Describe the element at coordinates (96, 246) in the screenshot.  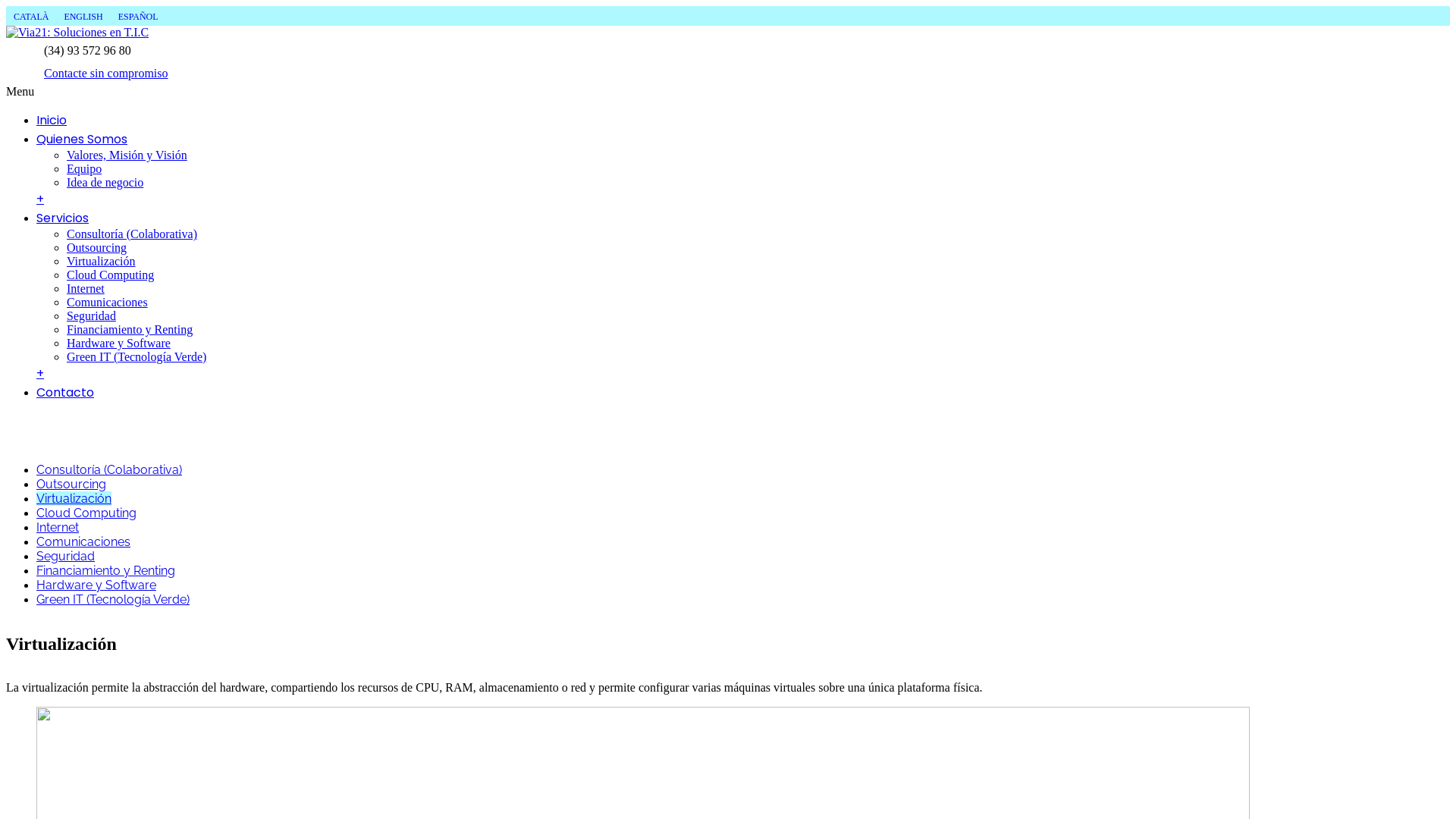
I see `'Outsourcing'` at that location.